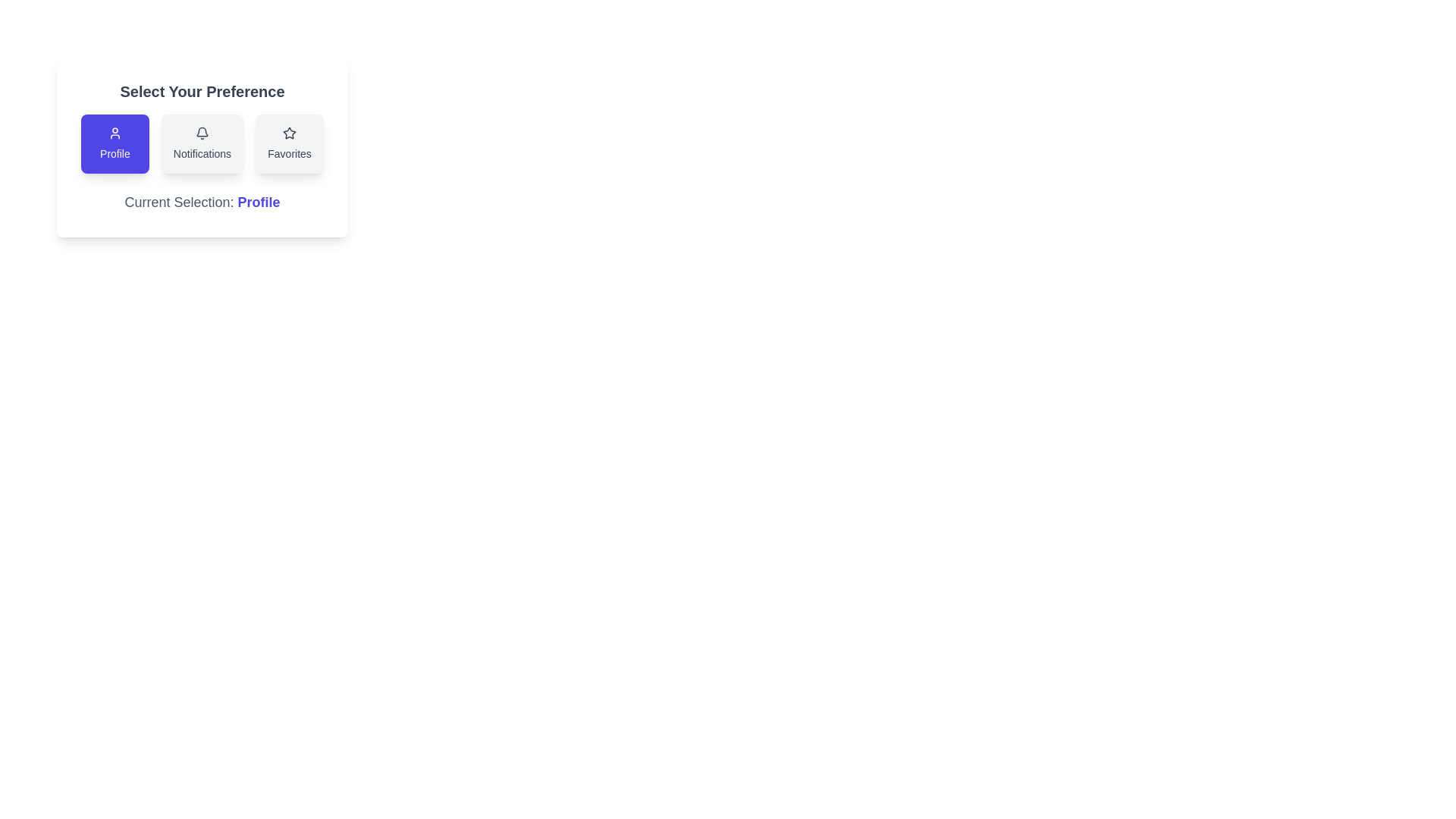  I want to click on the Notification card, which visually represents notifications and is the second item in a three-part selectable card layout under the 'Select Your Preference' heading, so click(202, 133).